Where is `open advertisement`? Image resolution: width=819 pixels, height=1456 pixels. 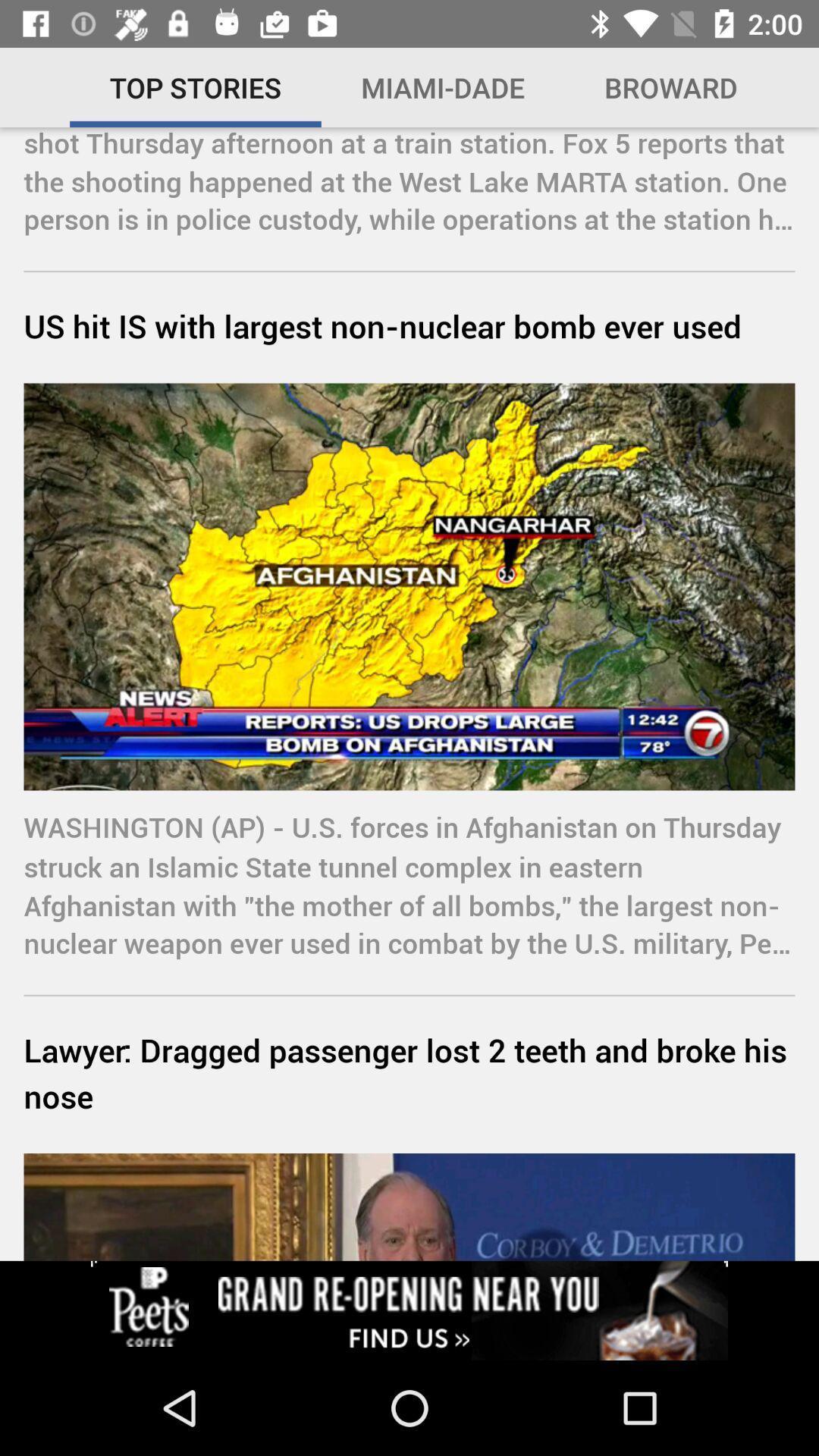 open advertisement is located at coordinates (409, 1310).